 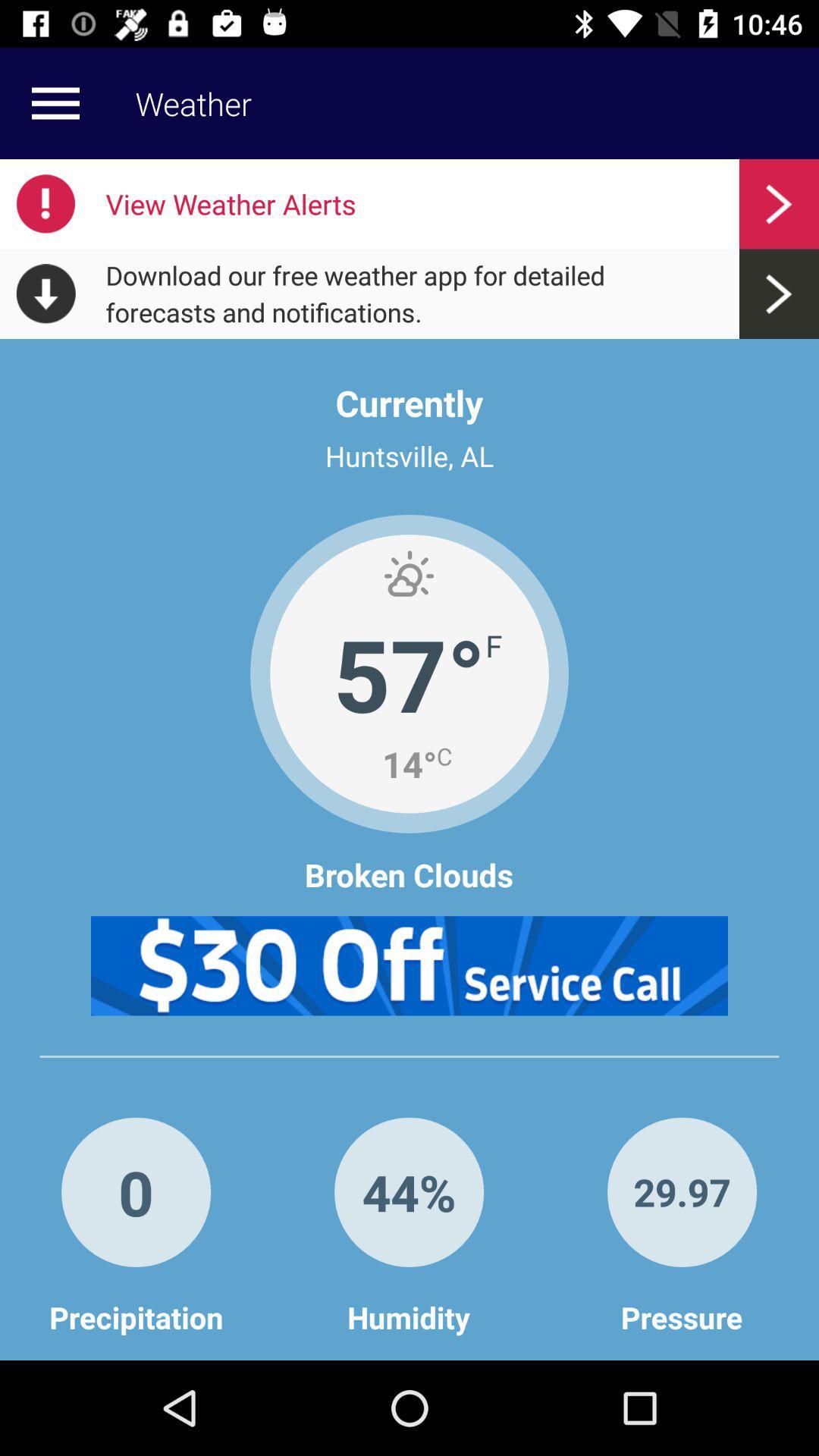 What do you see at coordinates (55, 102) in the screenshot?
I see `the menu icon` at bounding box center [55, 102].